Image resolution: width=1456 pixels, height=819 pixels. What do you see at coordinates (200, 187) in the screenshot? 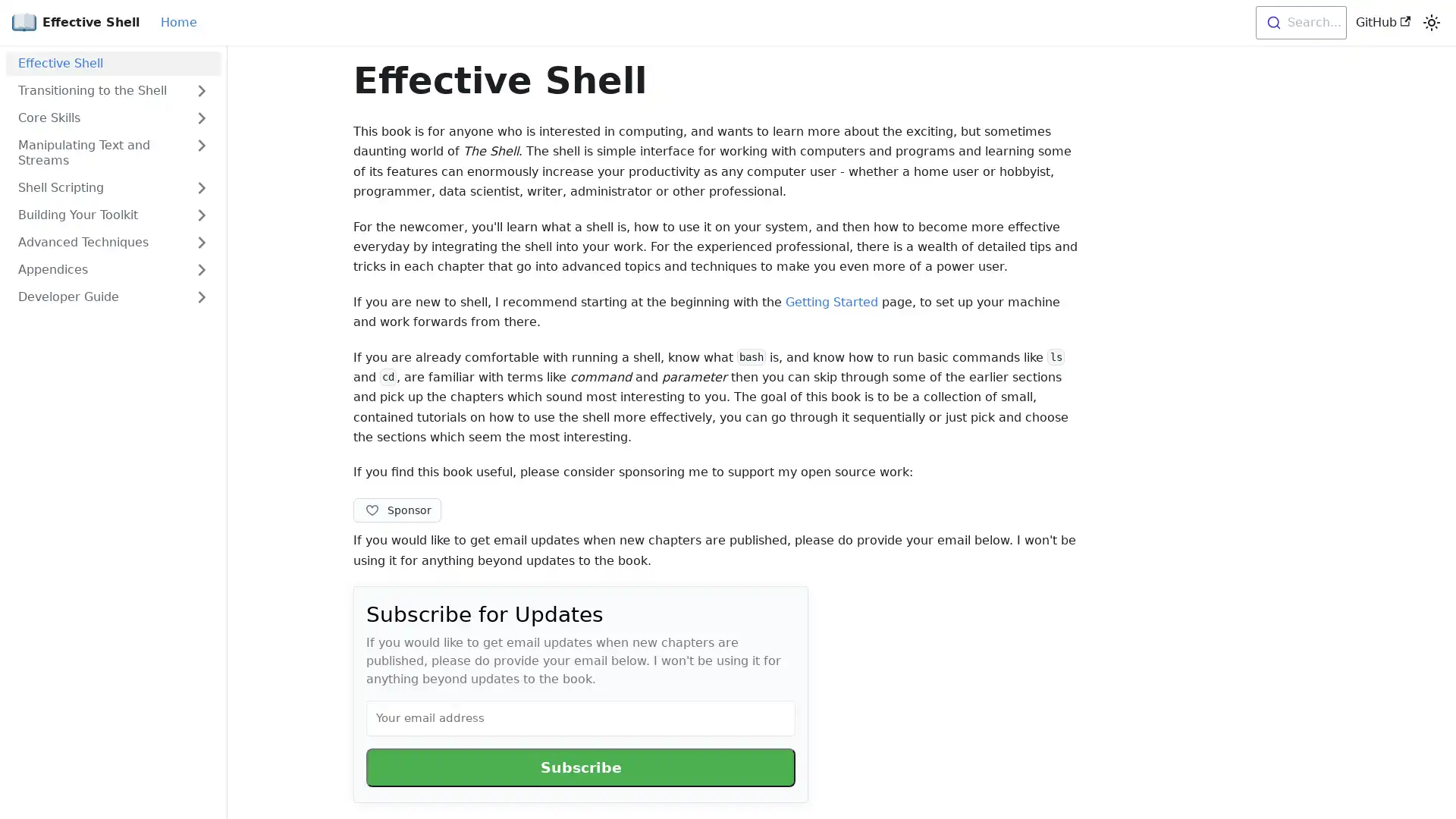
I see `Toggle the collapsible sidebar category 'Shell Scripting'` at bounding box center [200, 187].